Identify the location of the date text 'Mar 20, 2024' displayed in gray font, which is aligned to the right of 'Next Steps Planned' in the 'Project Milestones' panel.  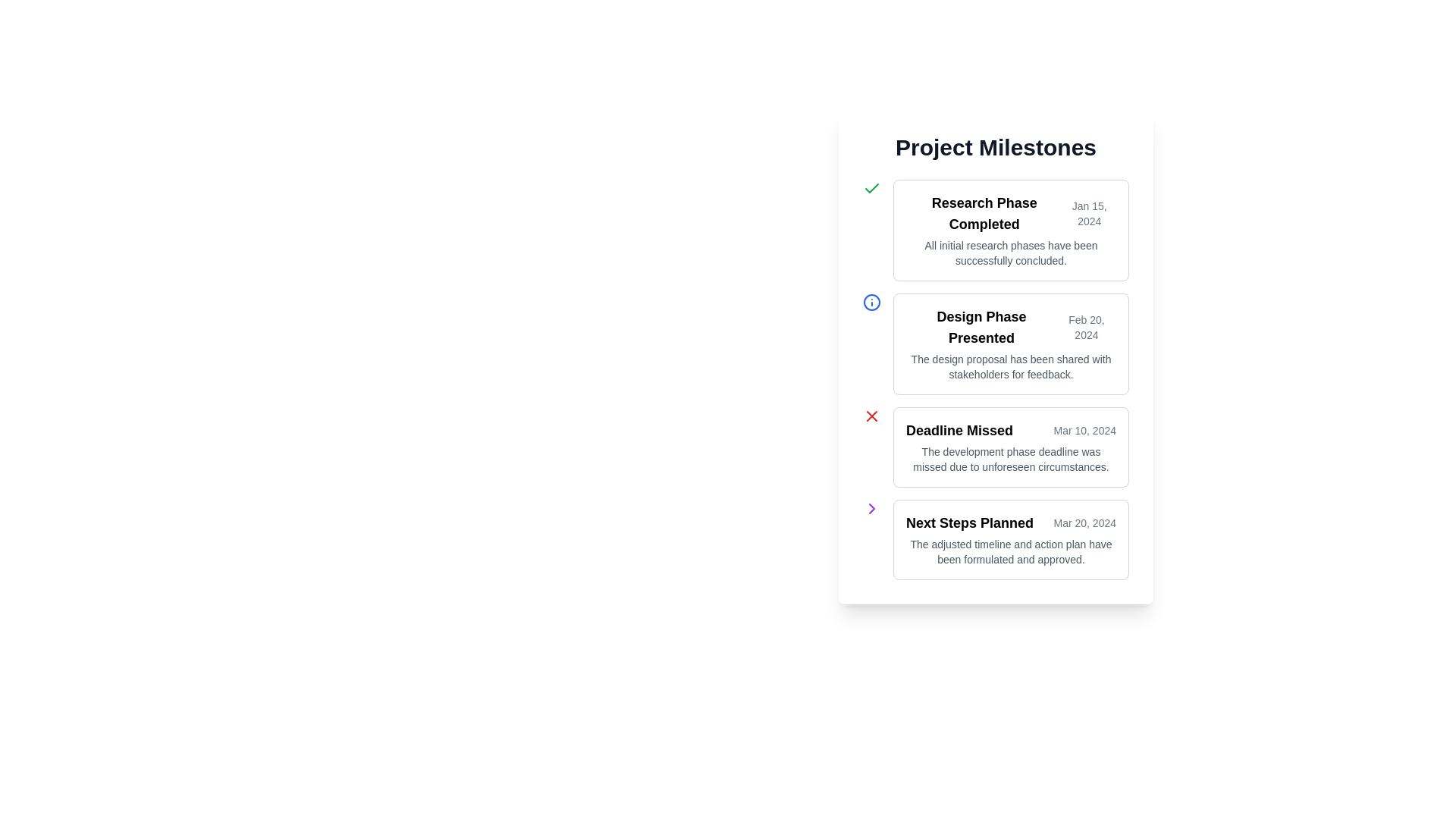
(1084, 522).